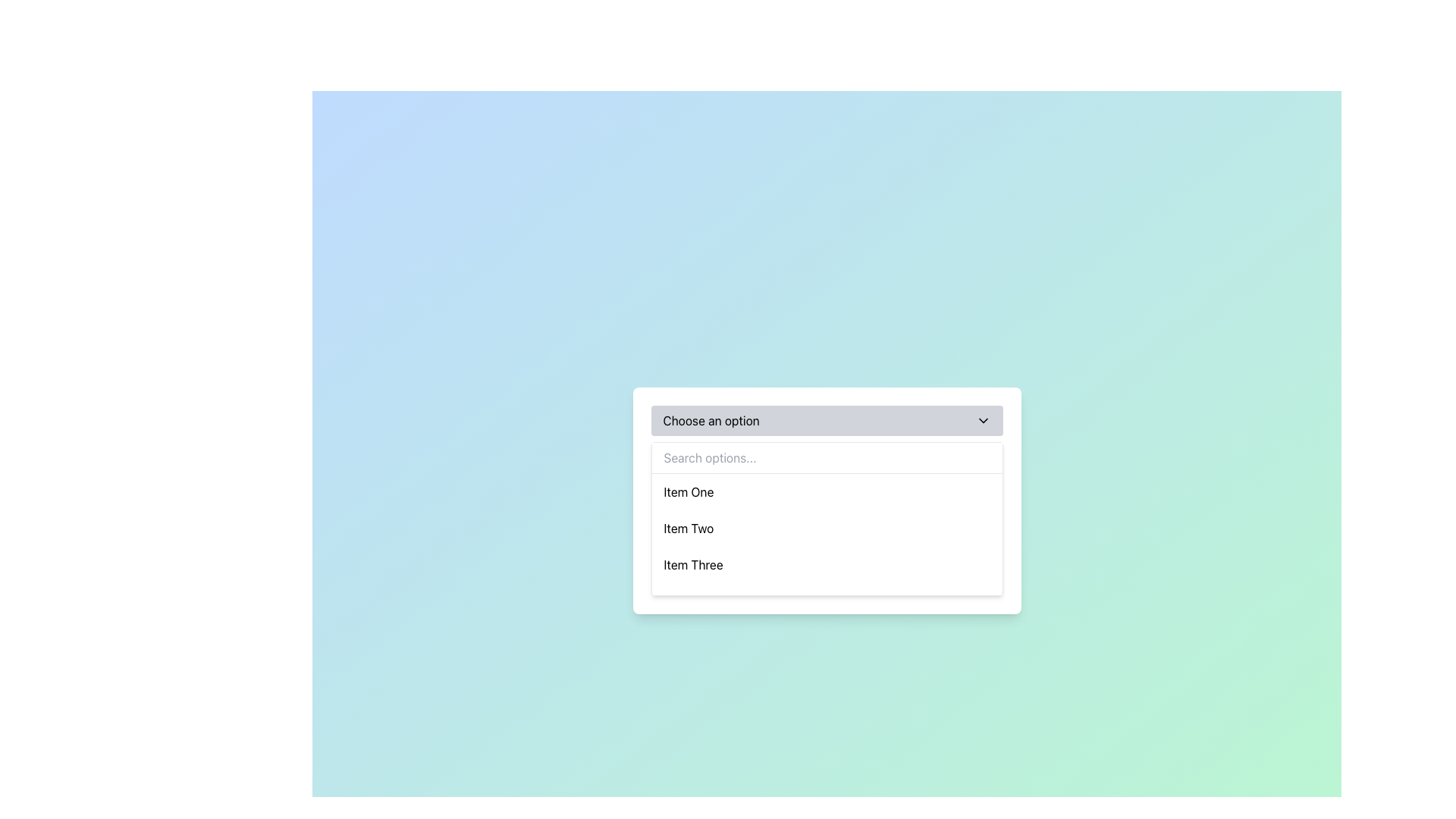 The image size is (1456, 819). I want to click on to select the second item in the dropdown menu located beneath 'Item One' and above 'Item Three', so click(826, 527).